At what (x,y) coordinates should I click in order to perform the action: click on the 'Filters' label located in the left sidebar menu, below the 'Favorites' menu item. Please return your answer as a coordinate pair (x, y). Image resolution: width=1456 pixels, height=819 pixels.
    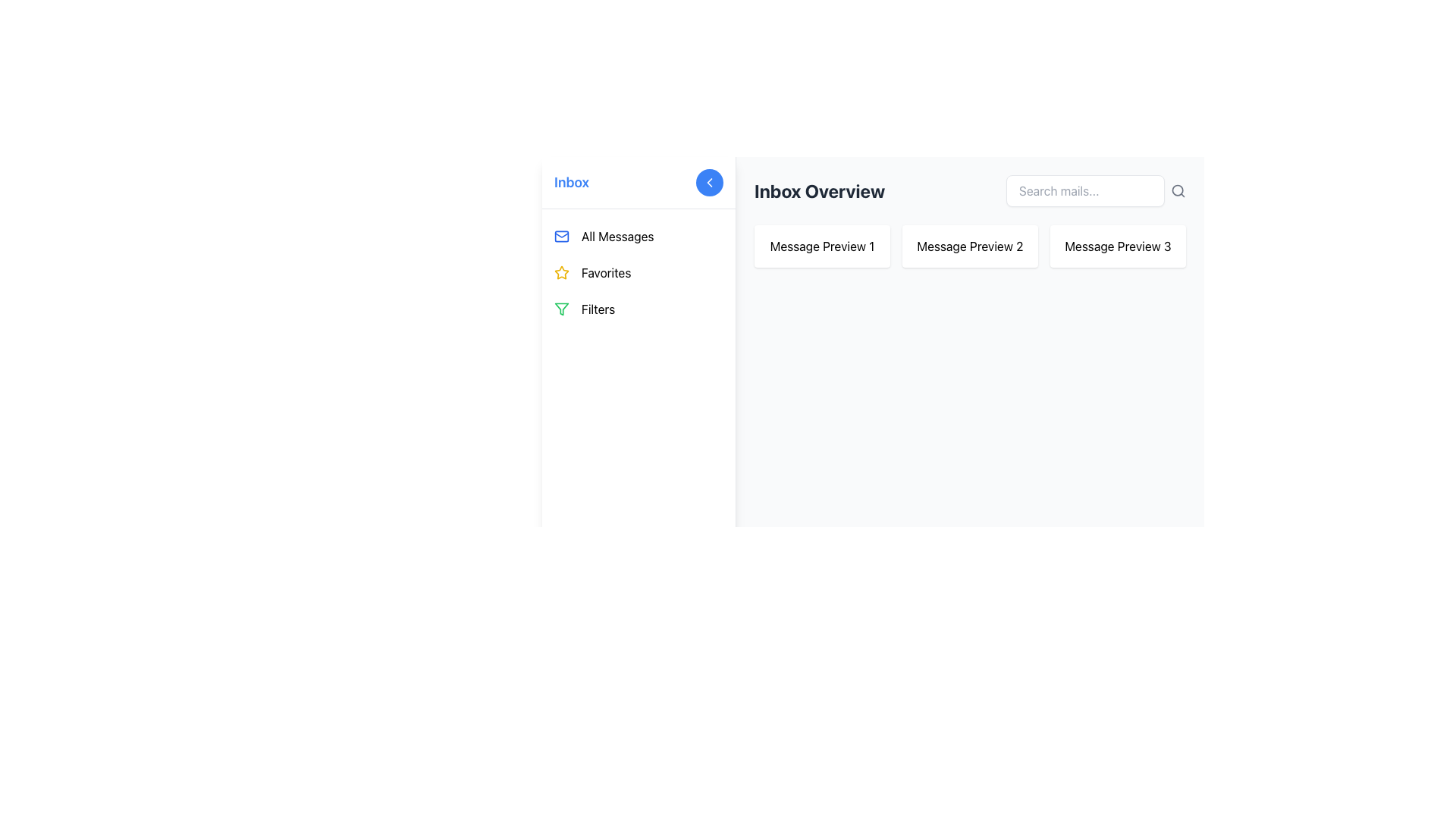
    Looking at the image, I should click on (598, 309).